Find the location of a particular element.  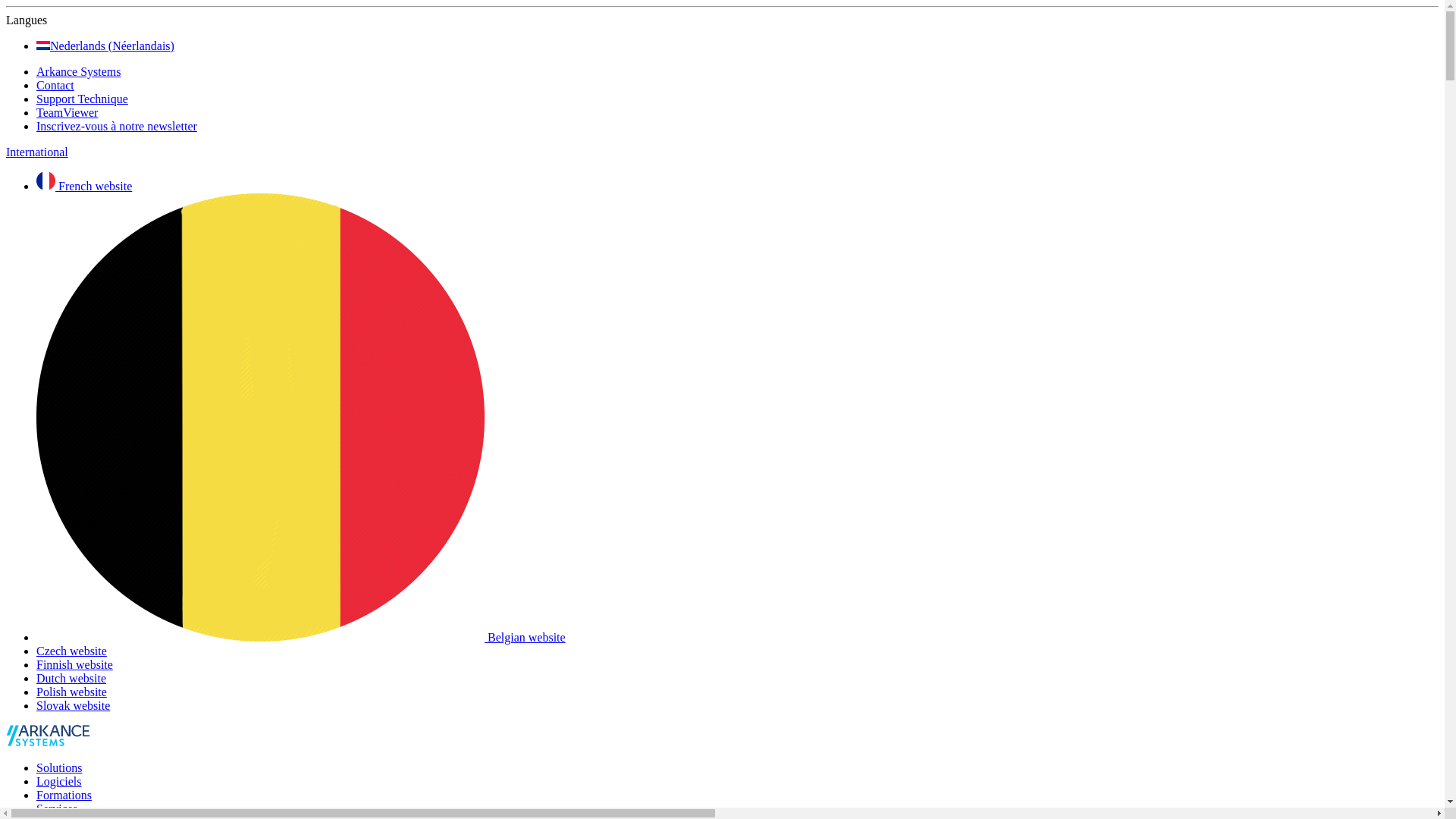

'Finnish website' is located at coordinates (74, 664).